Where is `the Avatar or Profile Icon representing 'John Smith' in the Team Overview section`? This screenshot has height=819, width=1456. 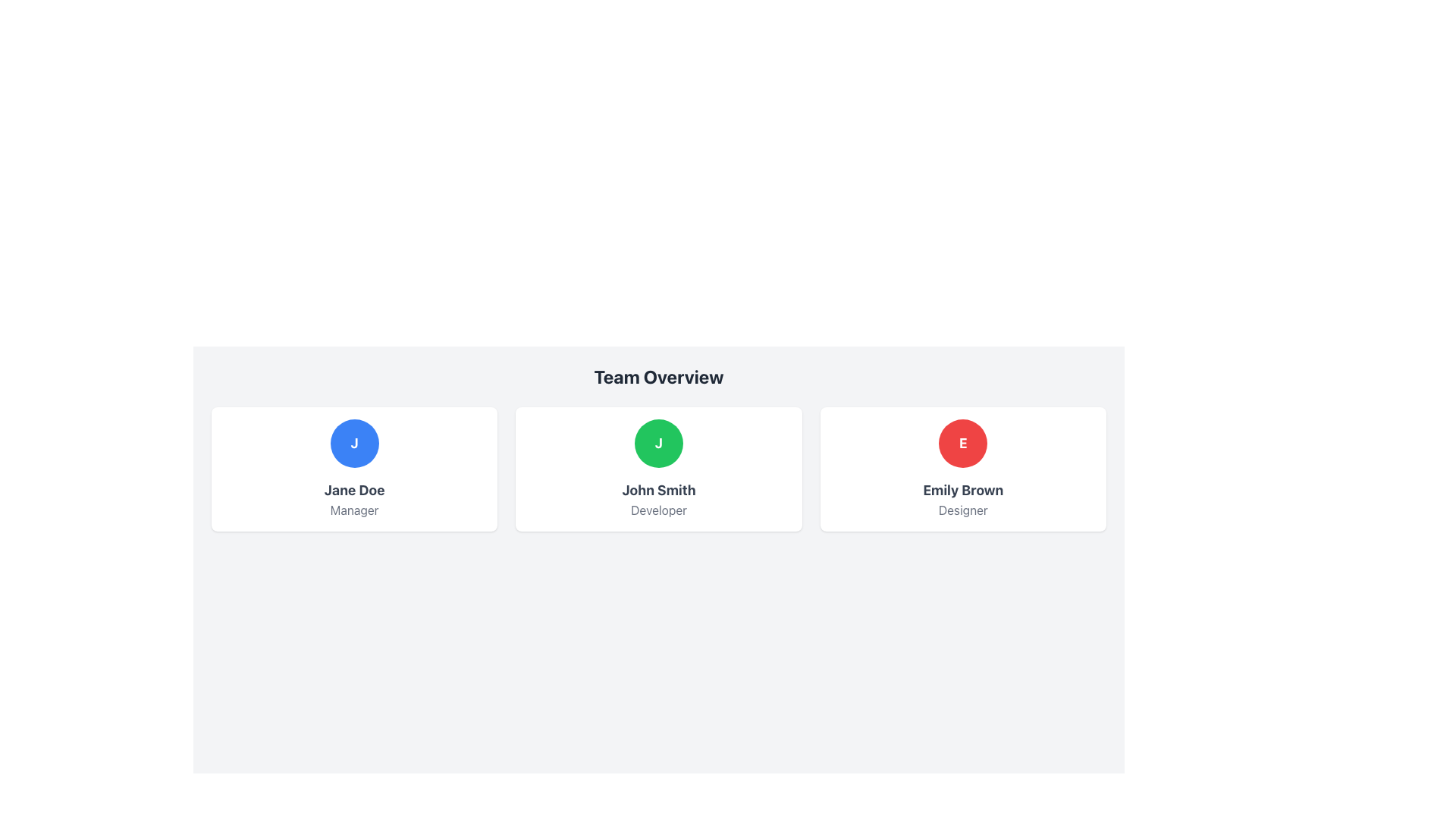
the Avatar or Profile Icon representing 'John Smith' in the Team Overview section is located at coordinates (658, 444).